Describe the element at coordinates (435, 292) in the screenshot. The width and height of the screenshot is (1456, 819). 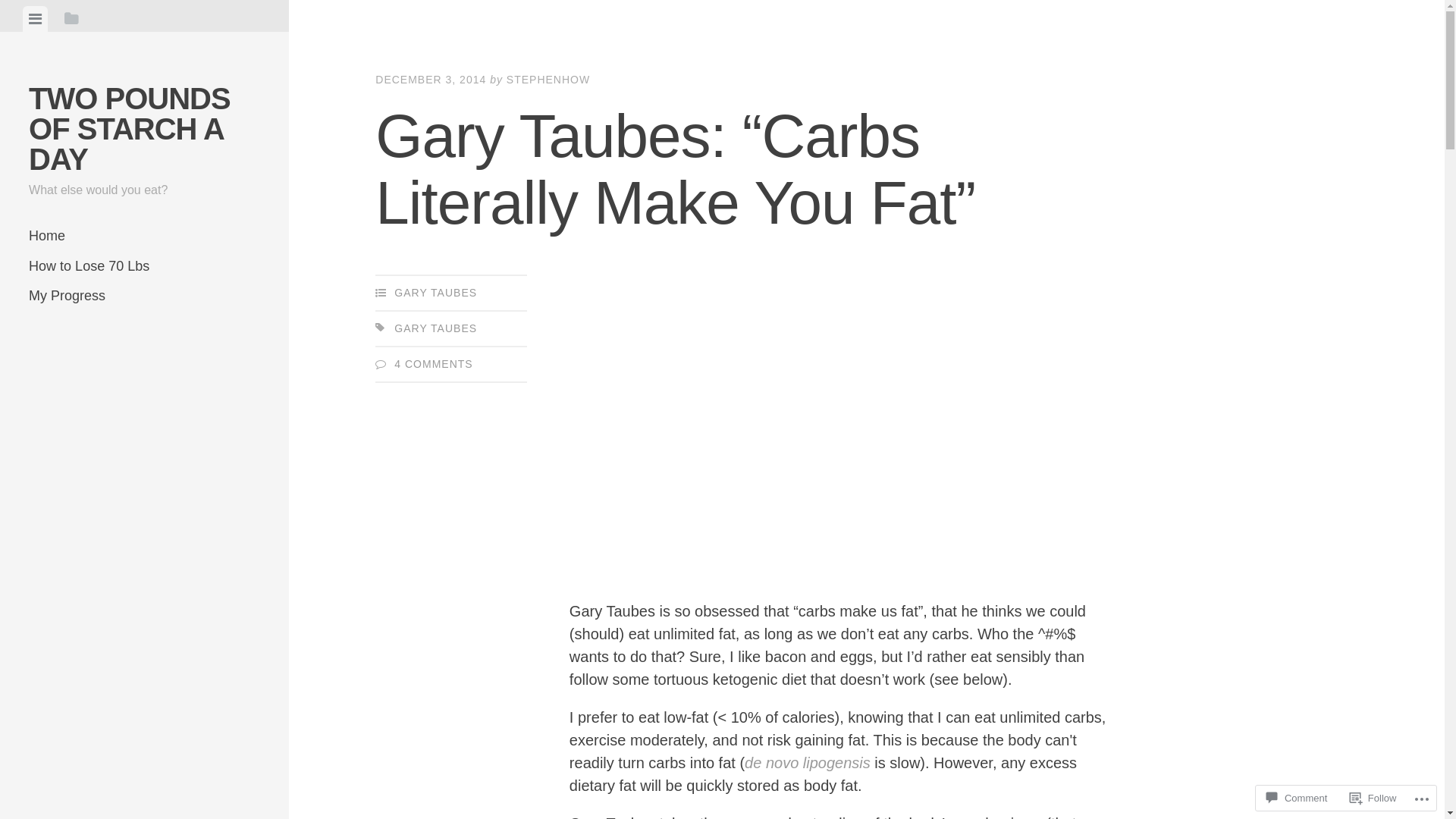
I see `'GARY TAUBES'` at that location.